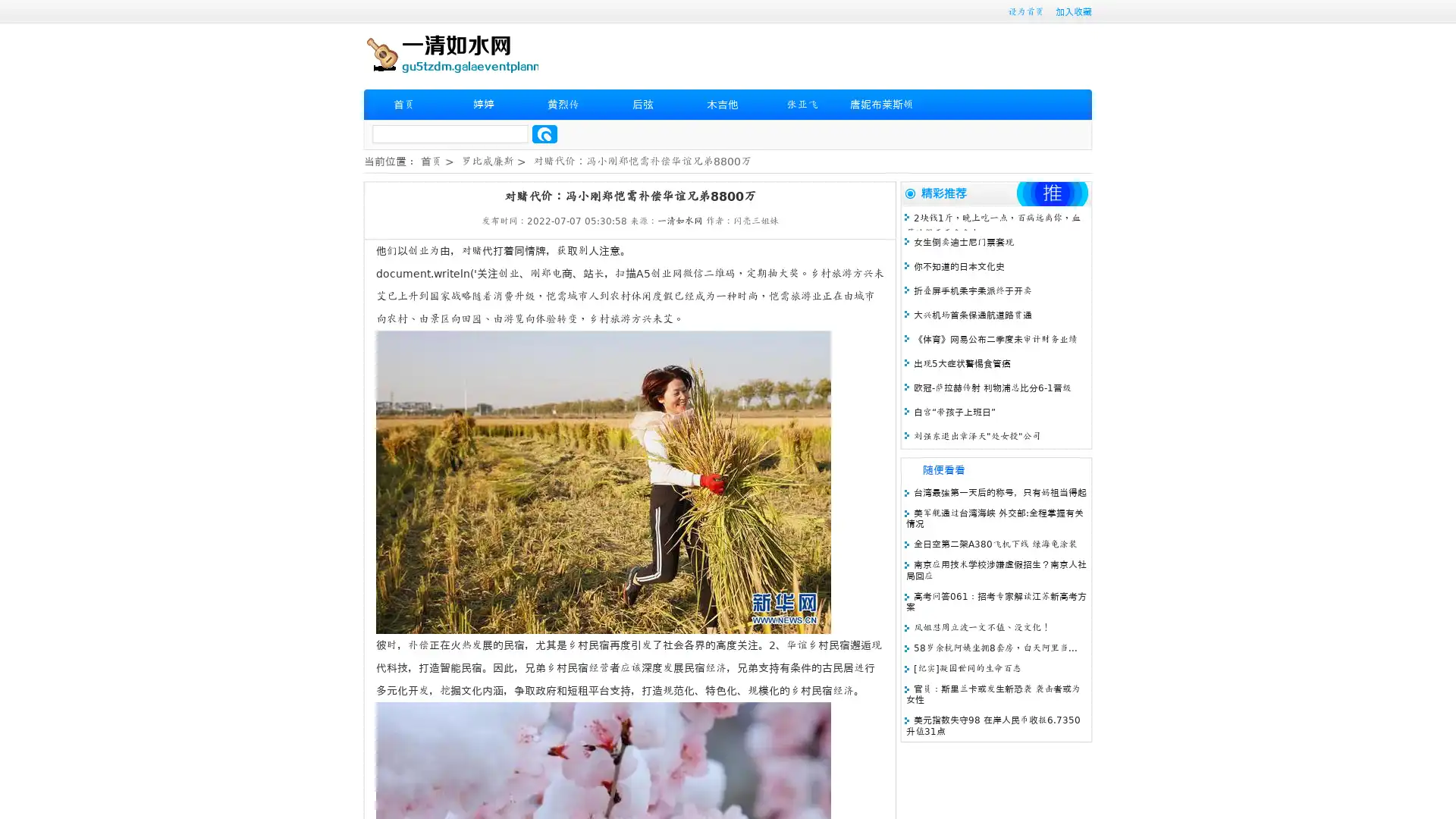  I want to click on Search, so click(544, 133).